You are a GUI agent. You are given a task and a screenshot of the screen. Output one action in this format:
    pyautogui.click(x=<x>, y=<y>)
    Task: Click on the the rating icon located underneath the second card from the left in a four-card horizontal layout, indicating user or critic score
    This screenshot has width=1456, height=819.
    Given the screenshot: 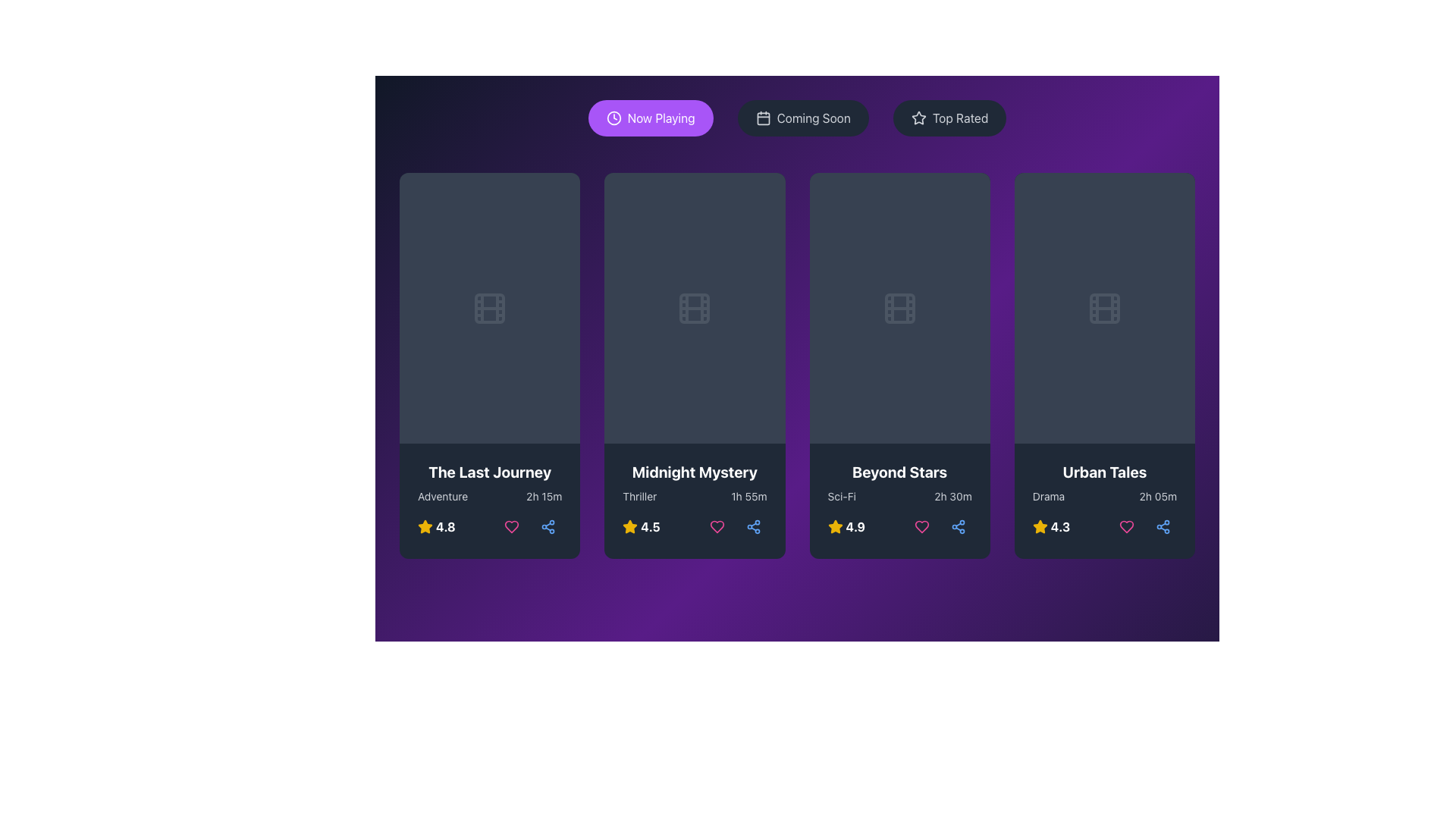 What is the action you would take?
    pyautogui.click(x=425, y=526)
    